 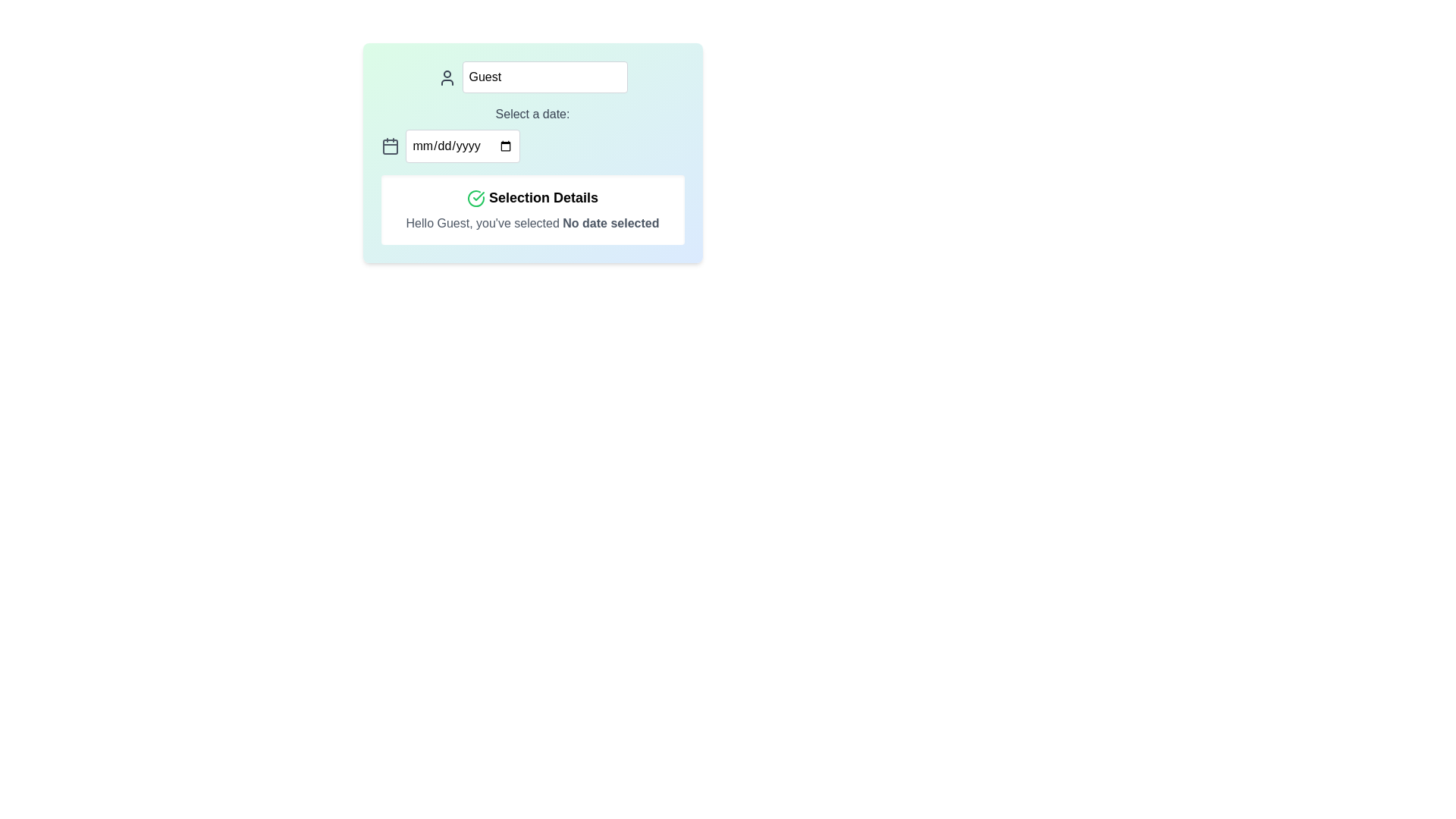 What do you see at coordinates (610, 223) in the screenshot?
I see `the Text Label displaying 'No date selected', which is styled in a medium-dark gray sans-serif font and is part of the sentence 'Hello Guest, you've selected No date selected.'` at bounding box center [610, 223].